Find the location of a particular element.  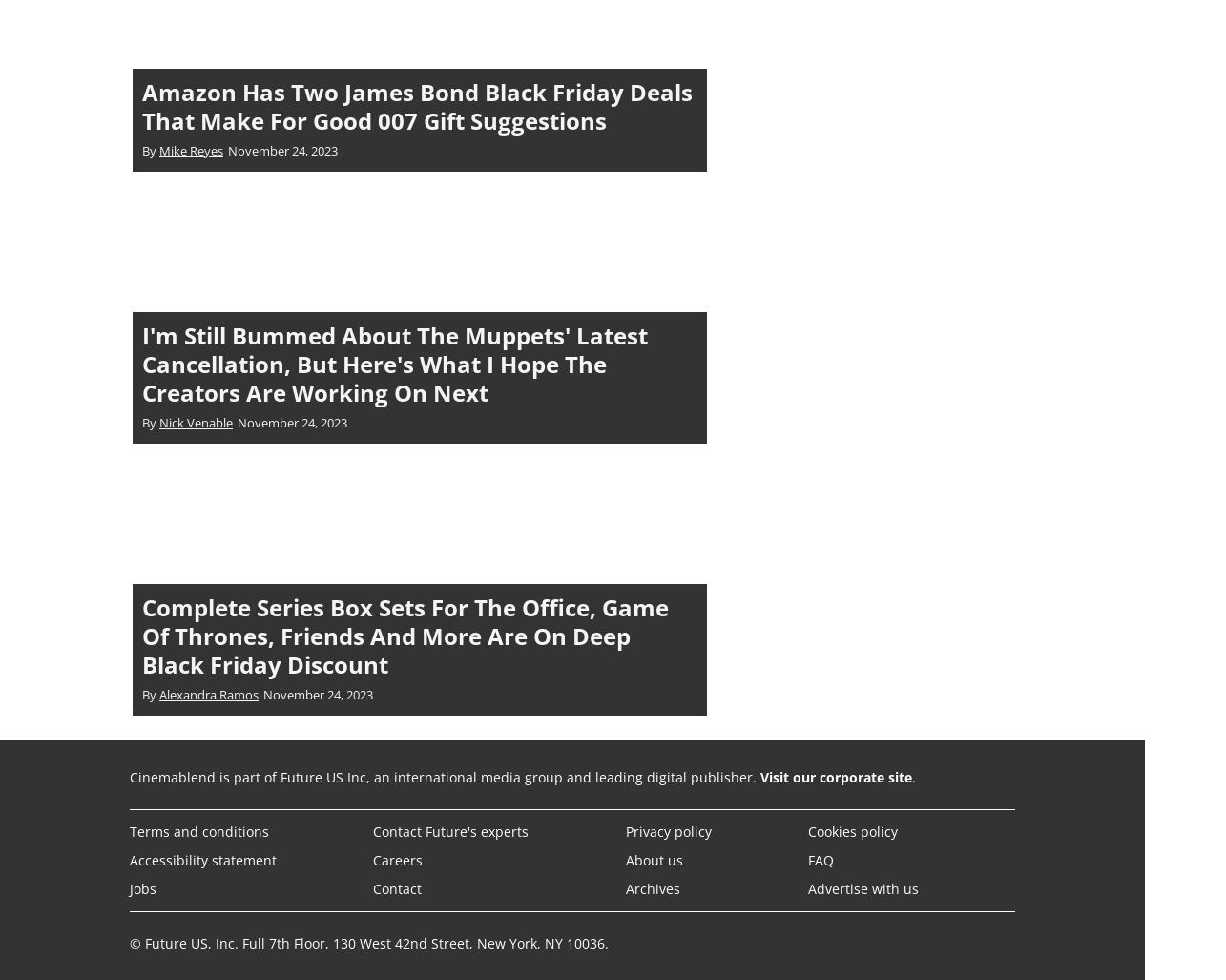

'I'm Still Bummed About The Muppets' Latest Cancellation, But Here's What I Hope The Creators Are Working On Next' is located at coordinates (394, 363).